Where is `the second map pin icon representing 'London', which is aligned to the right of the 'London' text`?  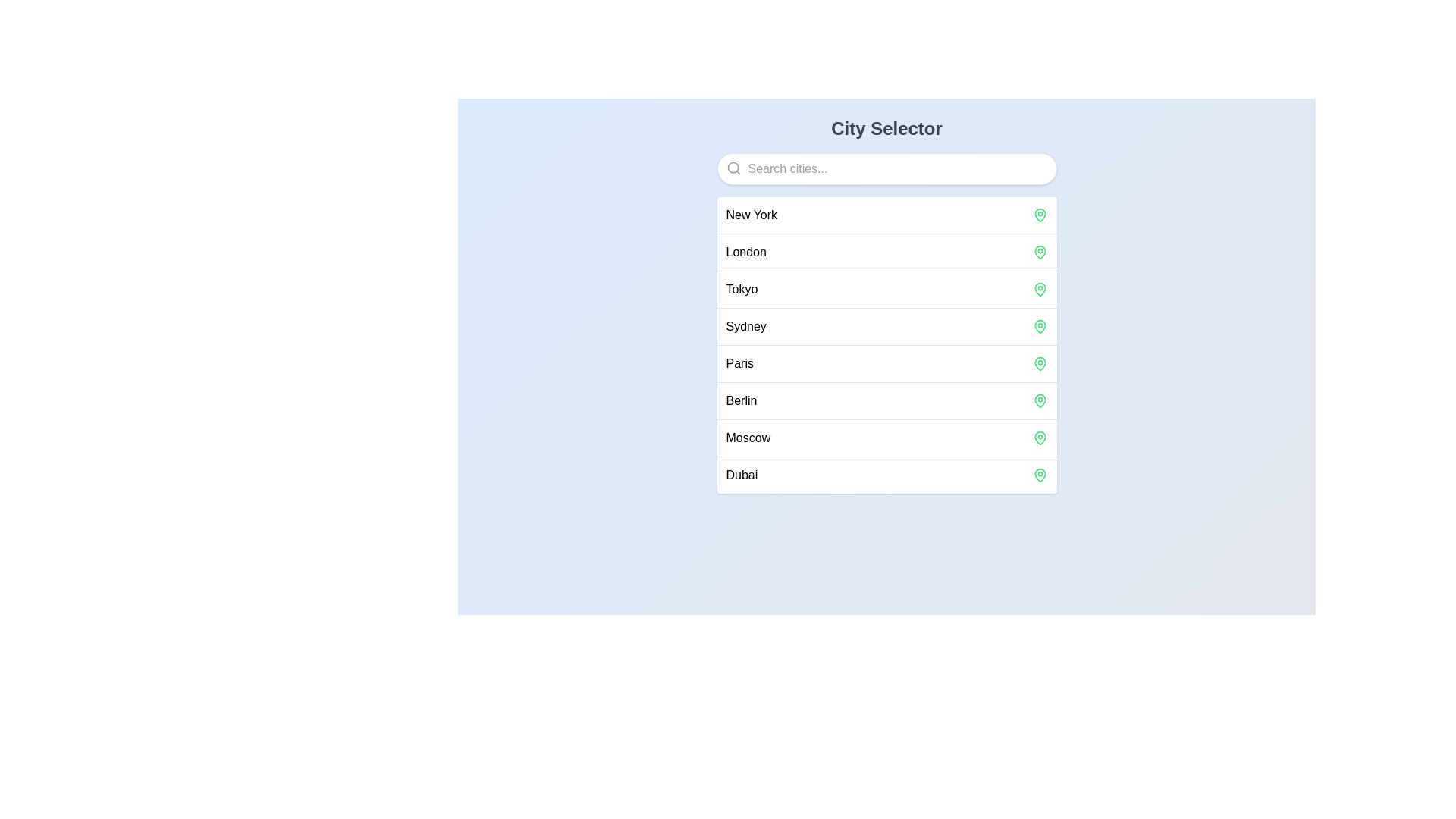 the second map pin icon representing 'London', which is aligned to the right of the 'London' text is located at coordinates (1039, 251).